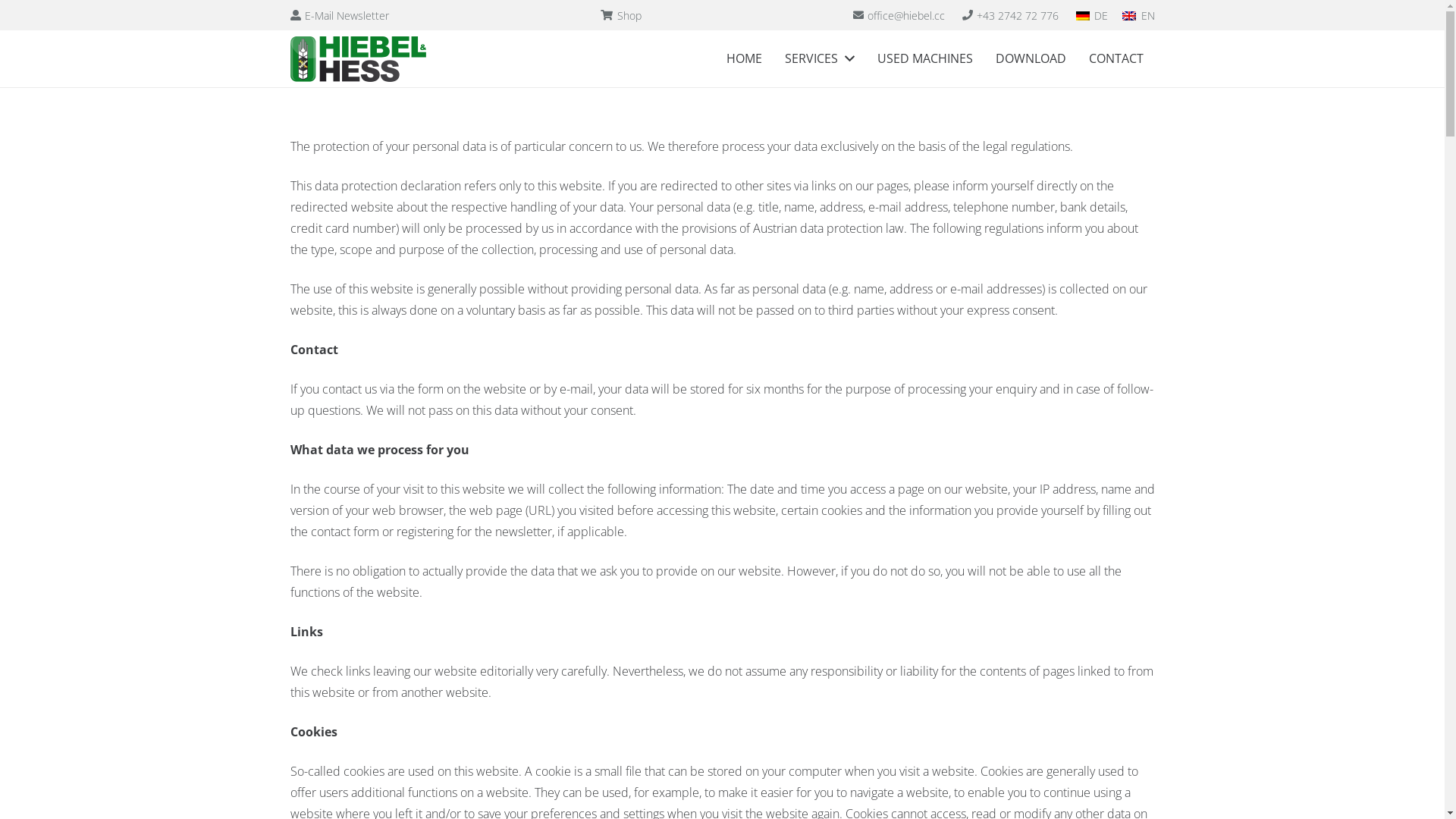 The height and width of the screenshot is (819, 1456). Describe the element at coordinates (899, 14) in the screenshot. I see `'office@hiebel.cc'` at that location.